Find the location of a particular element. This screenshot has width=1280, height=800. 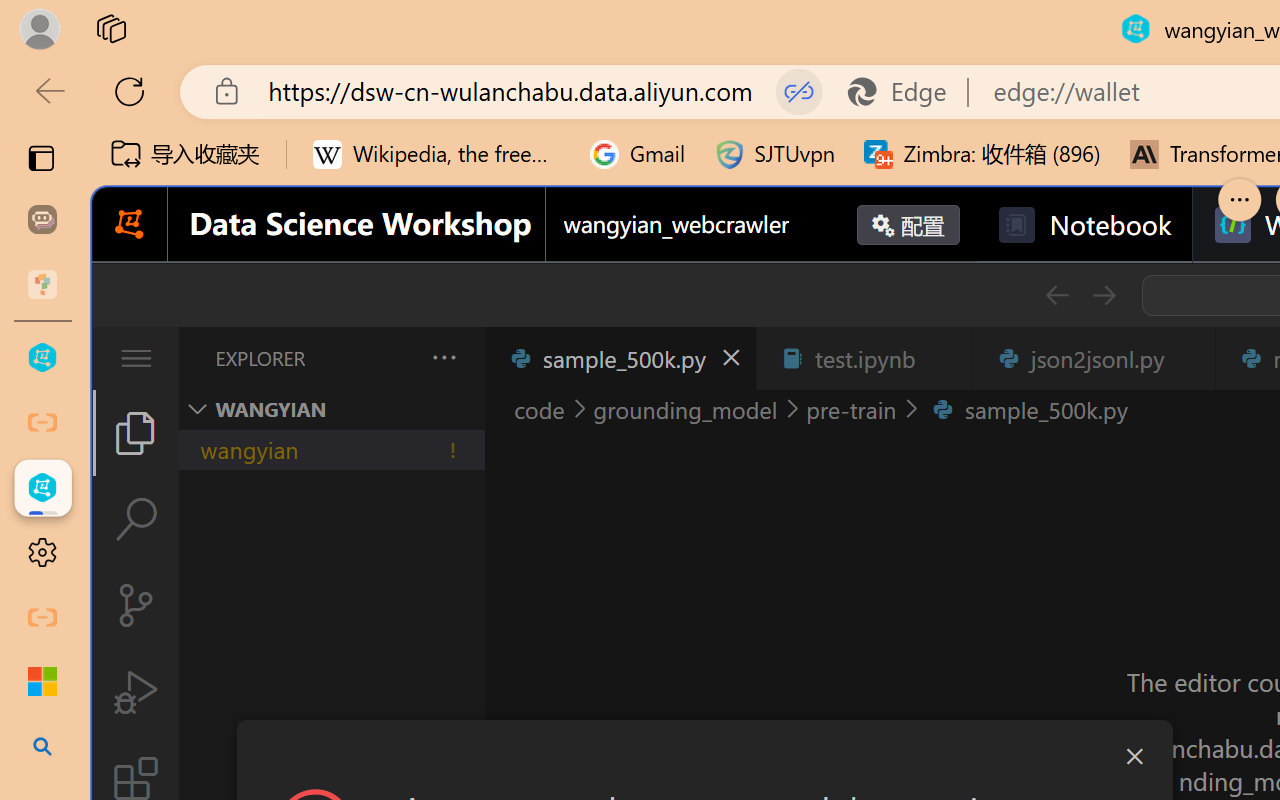

'Source Control (Ctrl+Shift+G)' is located at coordinates (134, 605).